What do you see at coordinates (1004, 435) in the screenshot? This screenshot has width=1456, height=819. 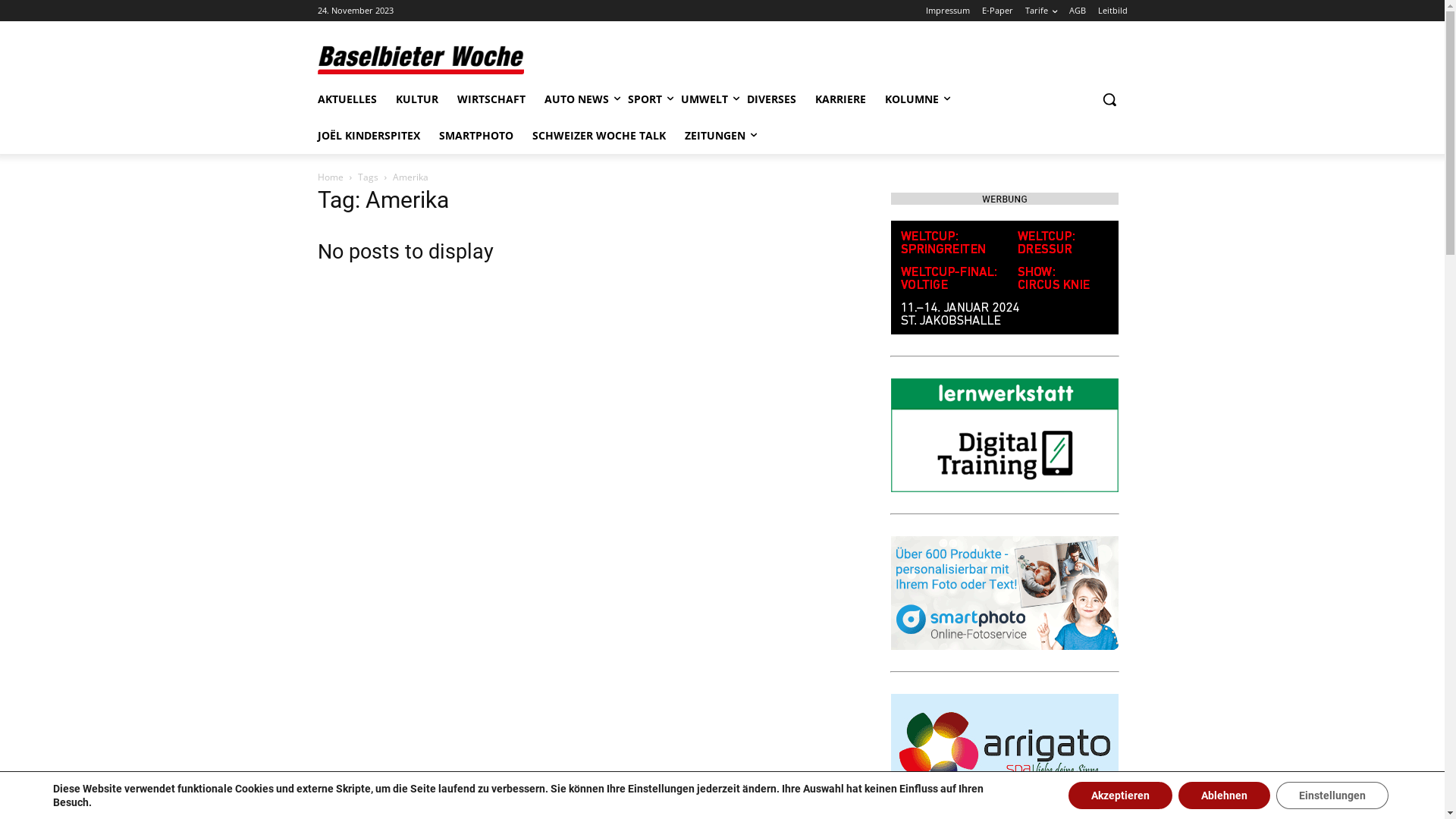 I see `'Lernwerkstatt'` at bounding box center [1004, 435].